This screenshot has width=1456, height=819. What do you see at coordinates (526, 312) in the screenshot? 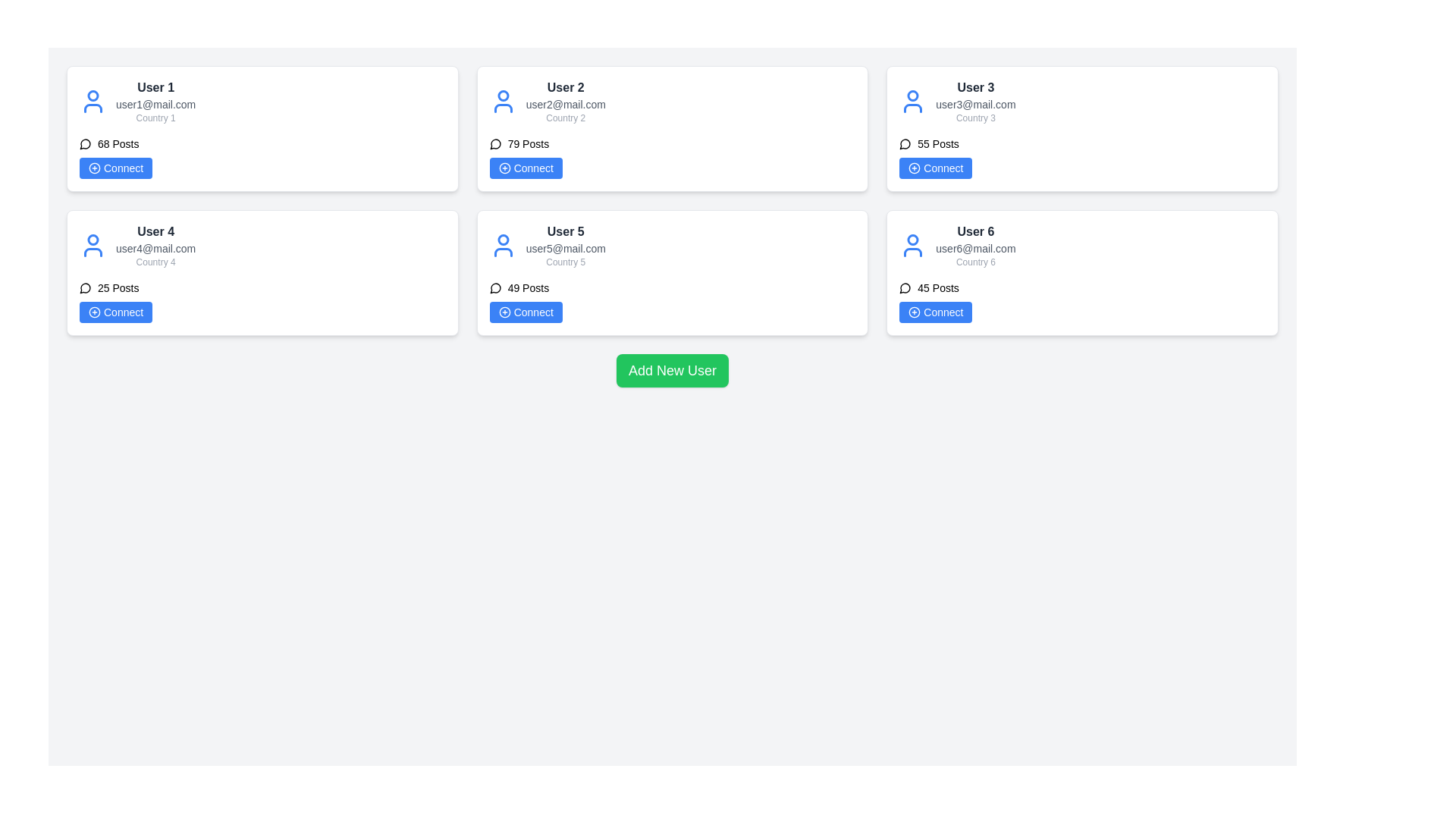
I see `the 'Connect' button with a blue background and white text, located in the lower section of the 'User 5' card` at bounding box center [526, 312].